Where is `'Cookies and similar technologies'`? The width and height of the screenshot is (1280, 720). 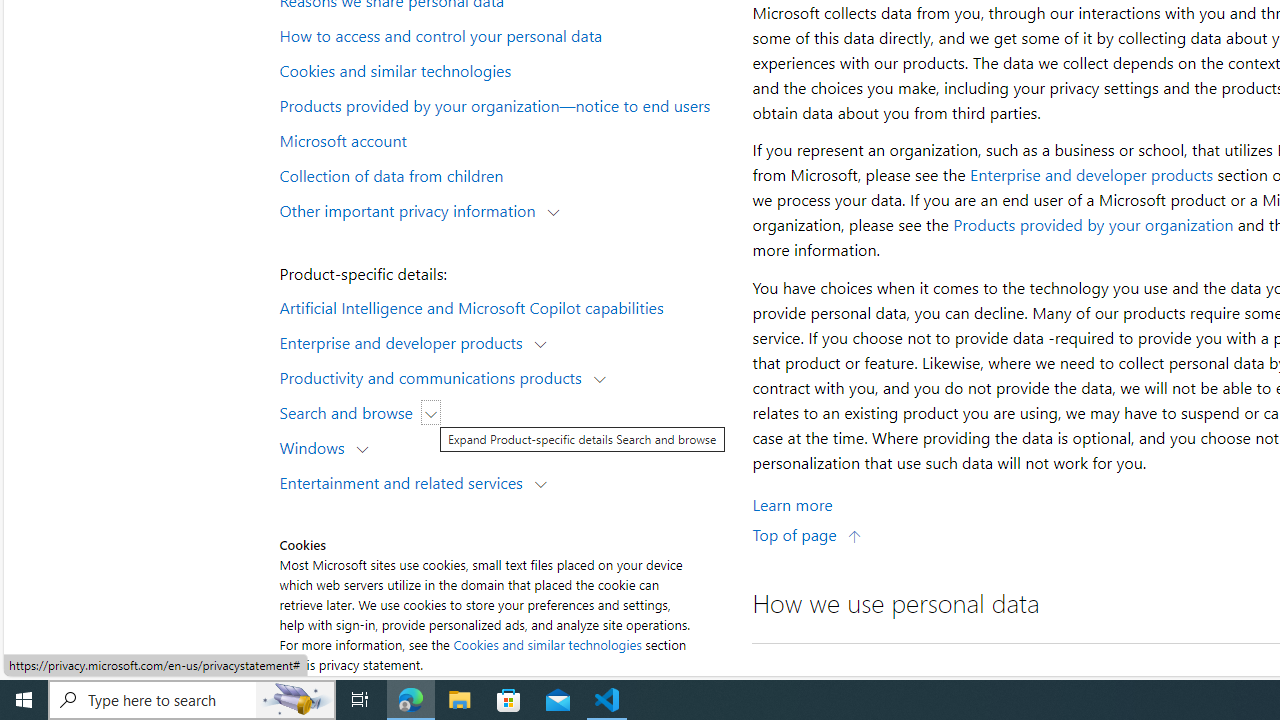 'Cookies and similar technologies' is located at coordinates (547, 644).